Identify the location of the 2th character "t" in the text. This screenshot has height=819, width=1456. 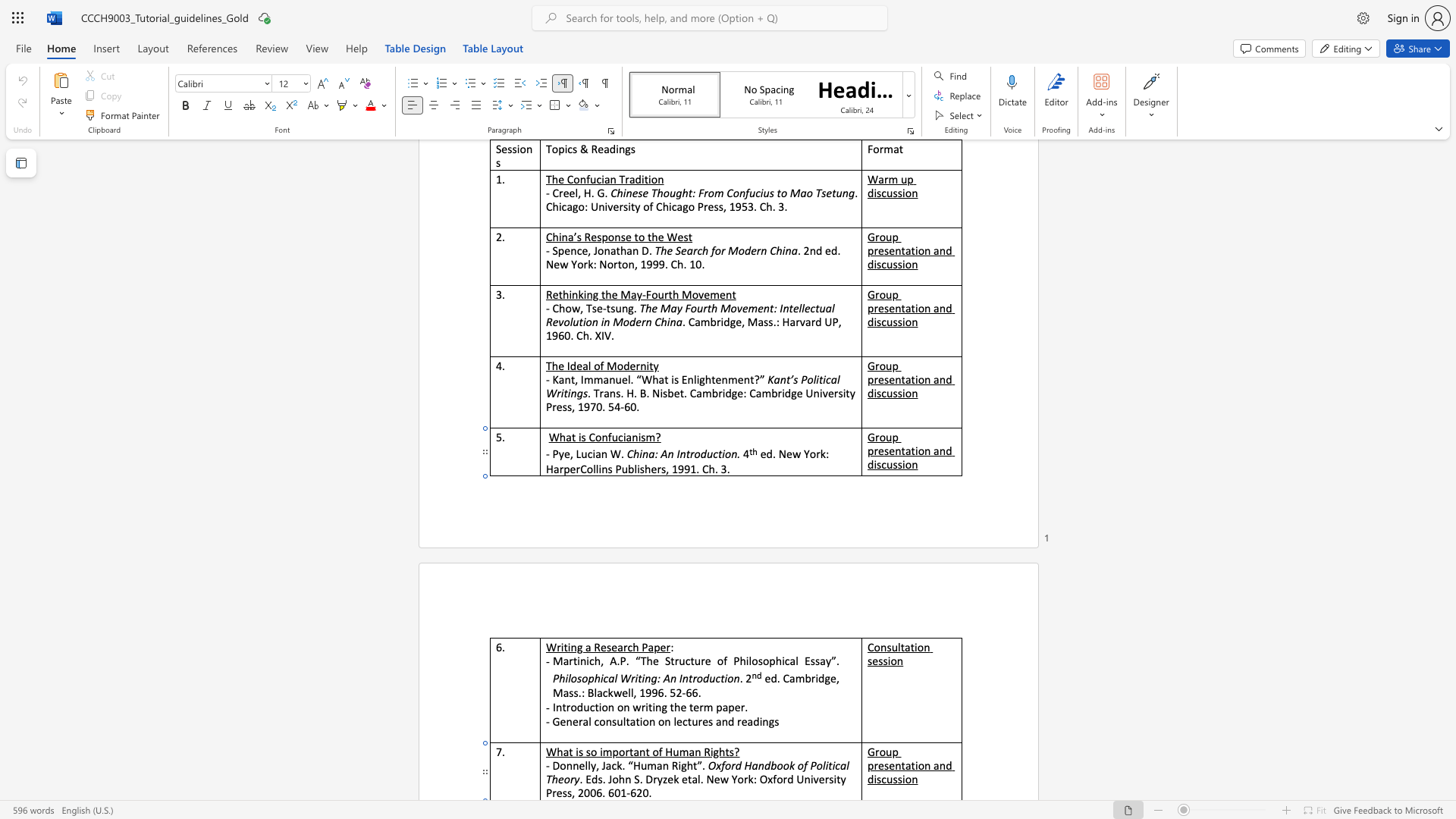
(912, 765).